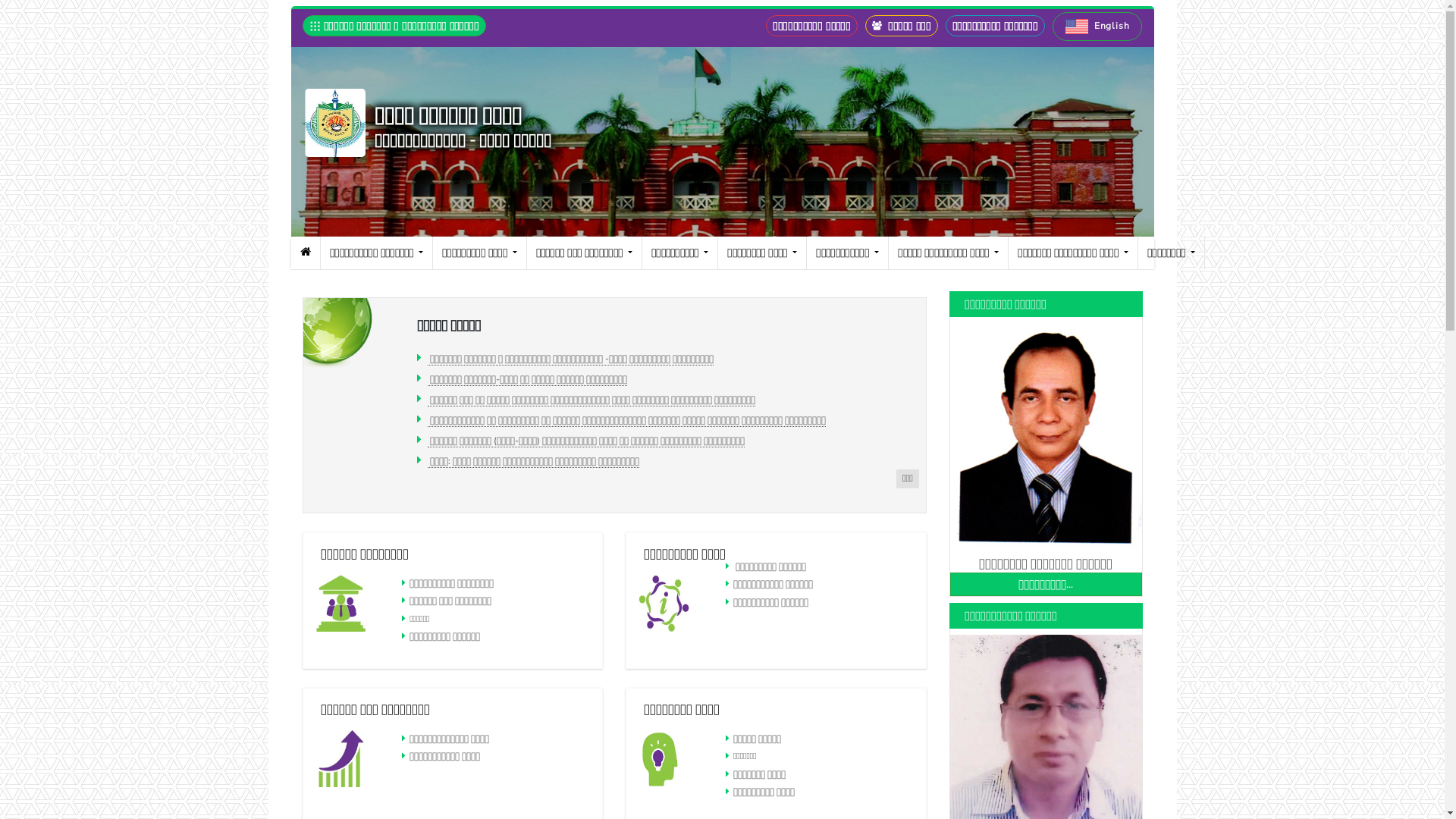  What do you see at coordinates (1097, 26) in the screenshot?
I see `'English'` at bounding box center [1097, 26].